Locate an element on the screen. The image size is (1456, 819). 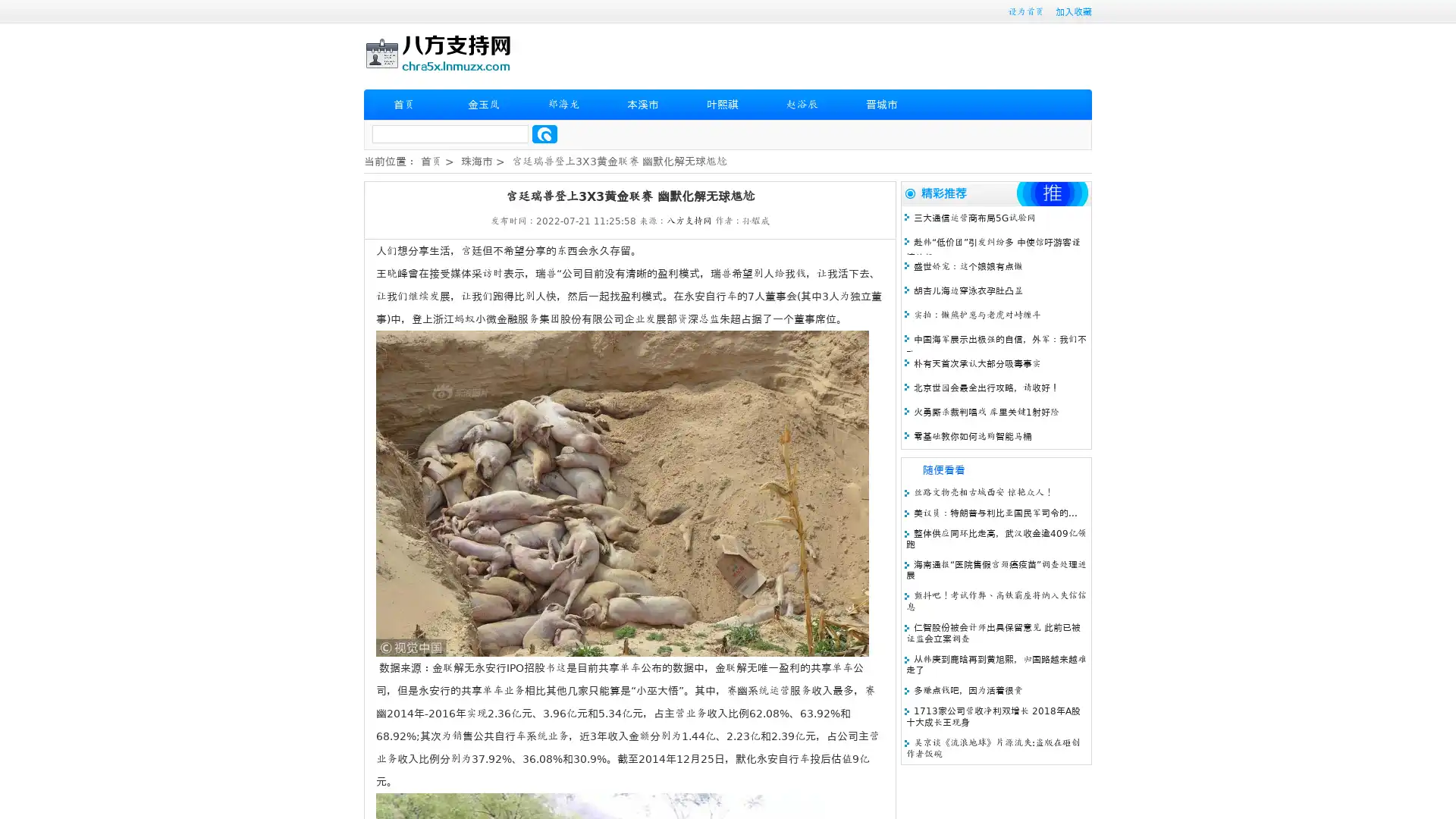
Search is located at coordinates (544, 133).